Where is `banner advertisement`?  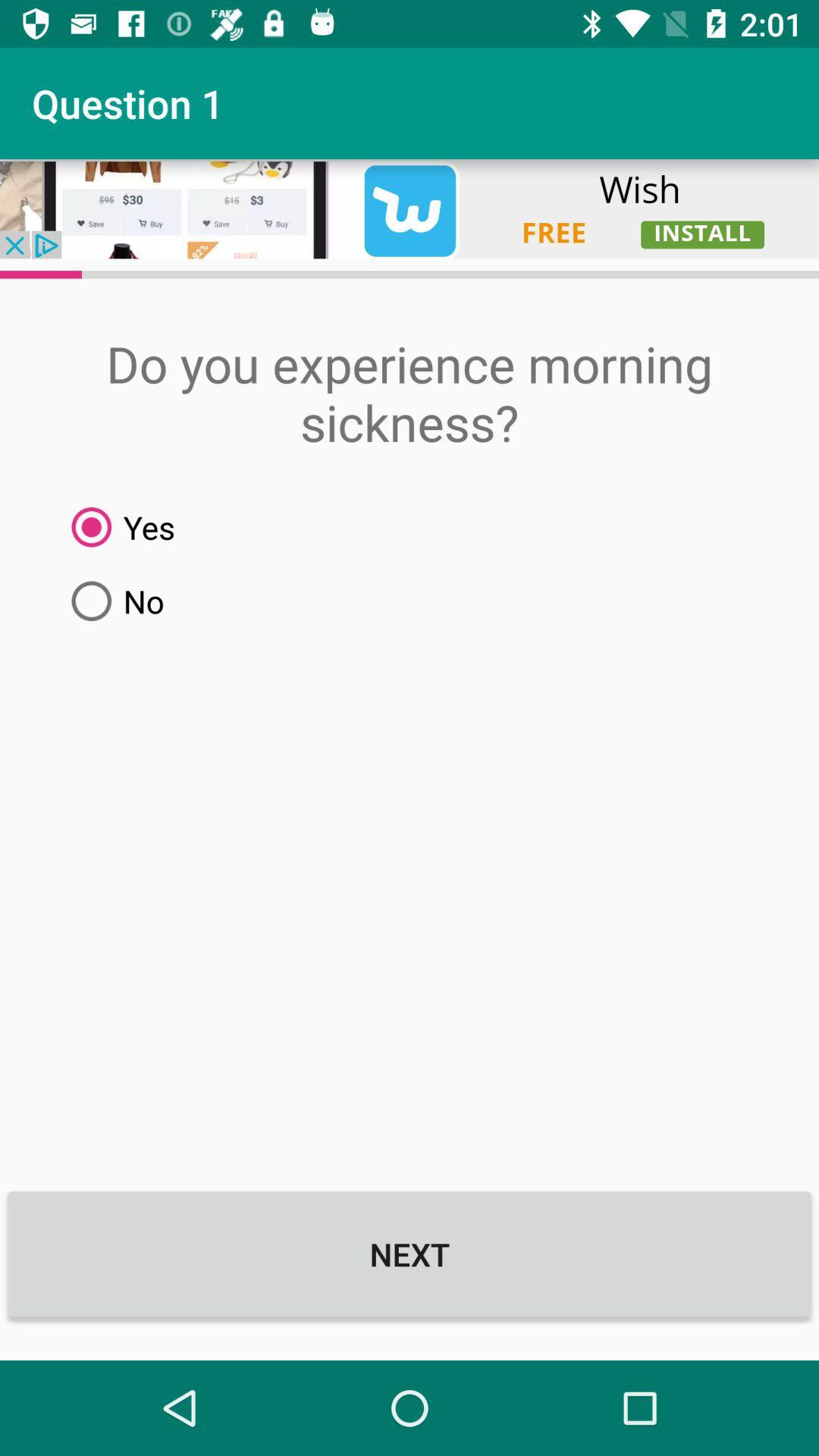 banner advertisement is located at coordinates (409, 208).